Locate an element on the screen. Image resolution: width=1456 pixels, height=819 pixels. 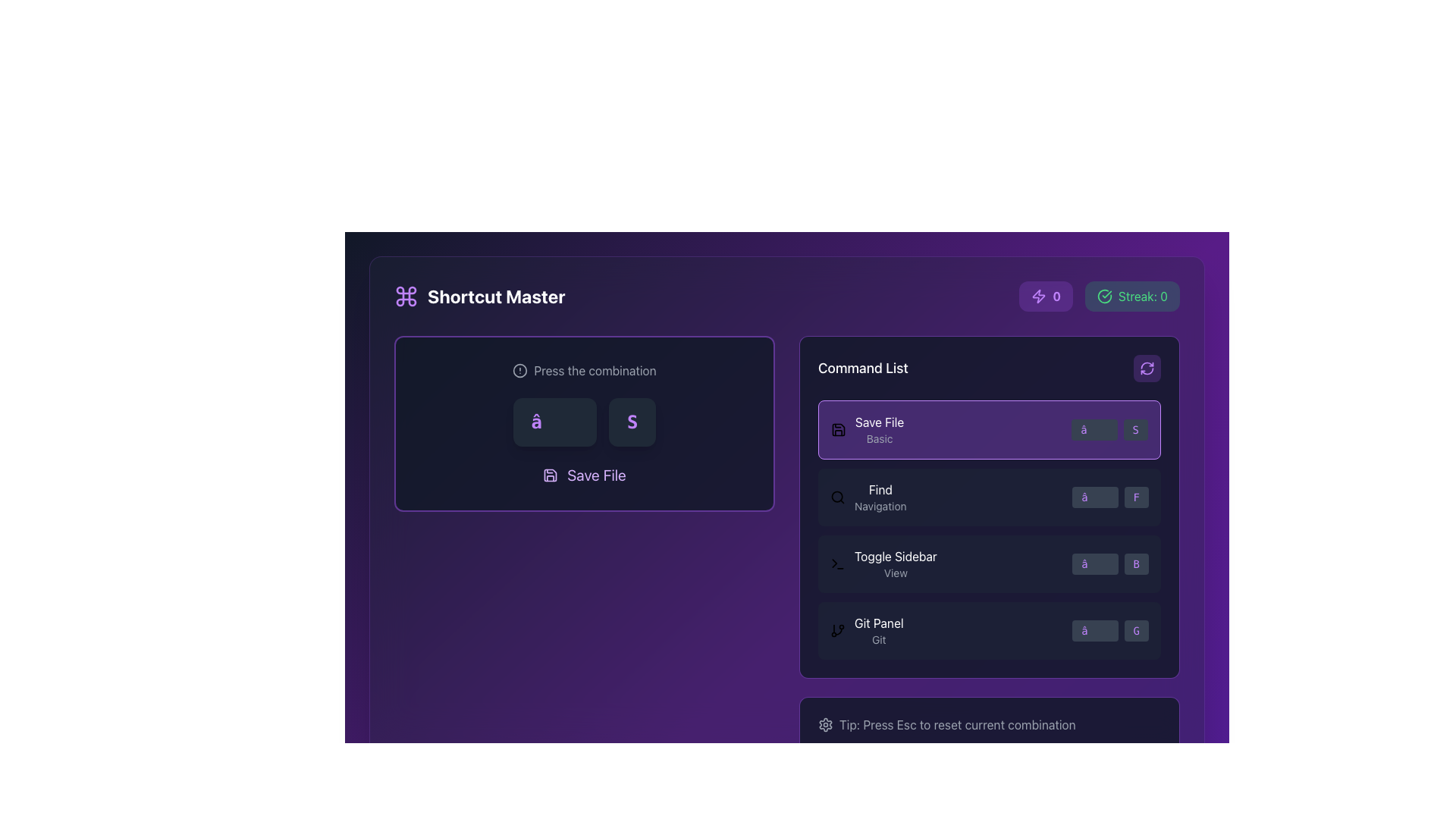
the 'S' key indicator, which visually represents the keyboard shortcut for the command labeled 'Save File', located in the upper-right corner of the interface is located at coordinates (1135, 430).